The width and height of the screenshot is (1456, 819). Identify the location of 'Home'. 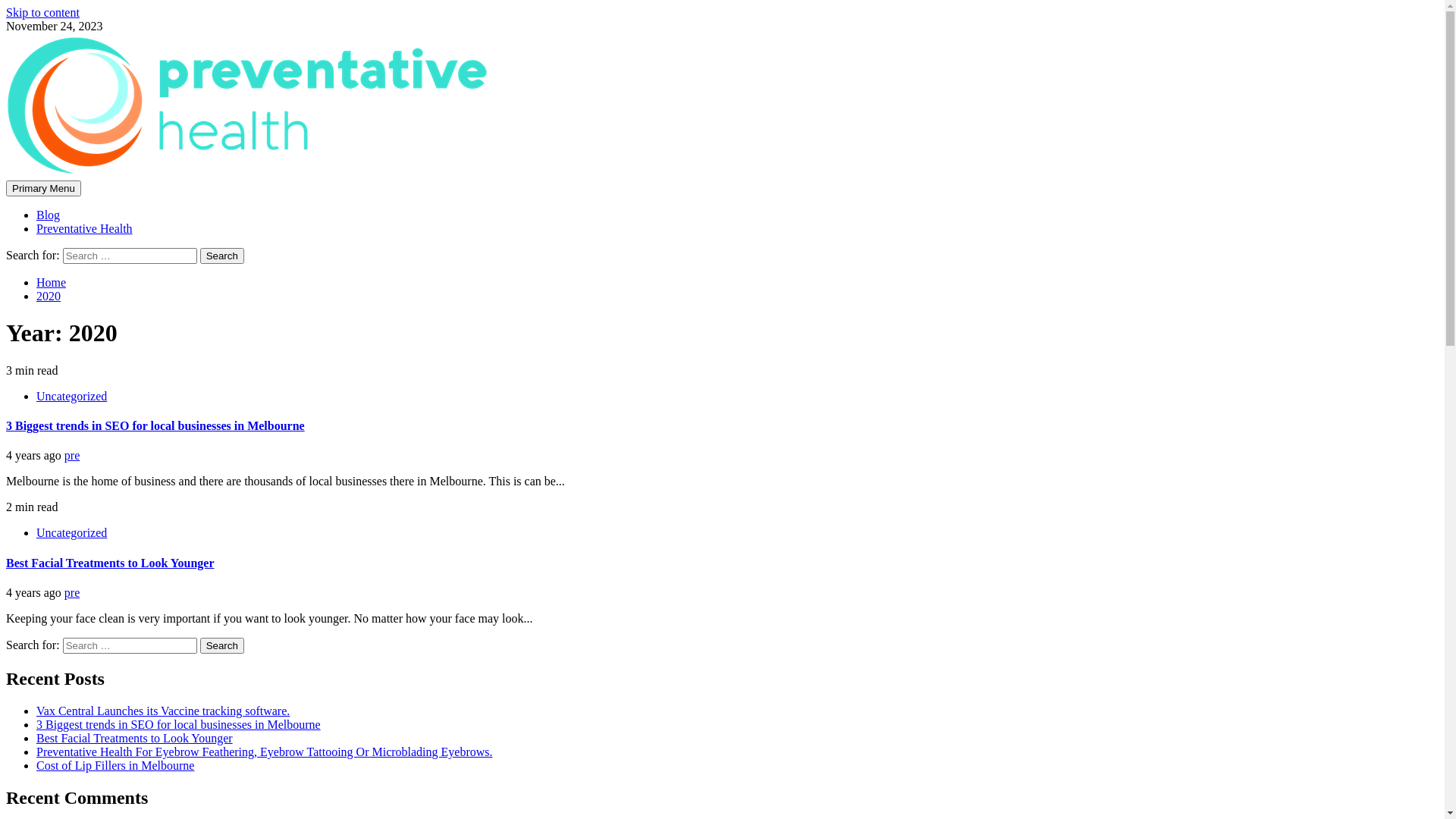
(51, 282).